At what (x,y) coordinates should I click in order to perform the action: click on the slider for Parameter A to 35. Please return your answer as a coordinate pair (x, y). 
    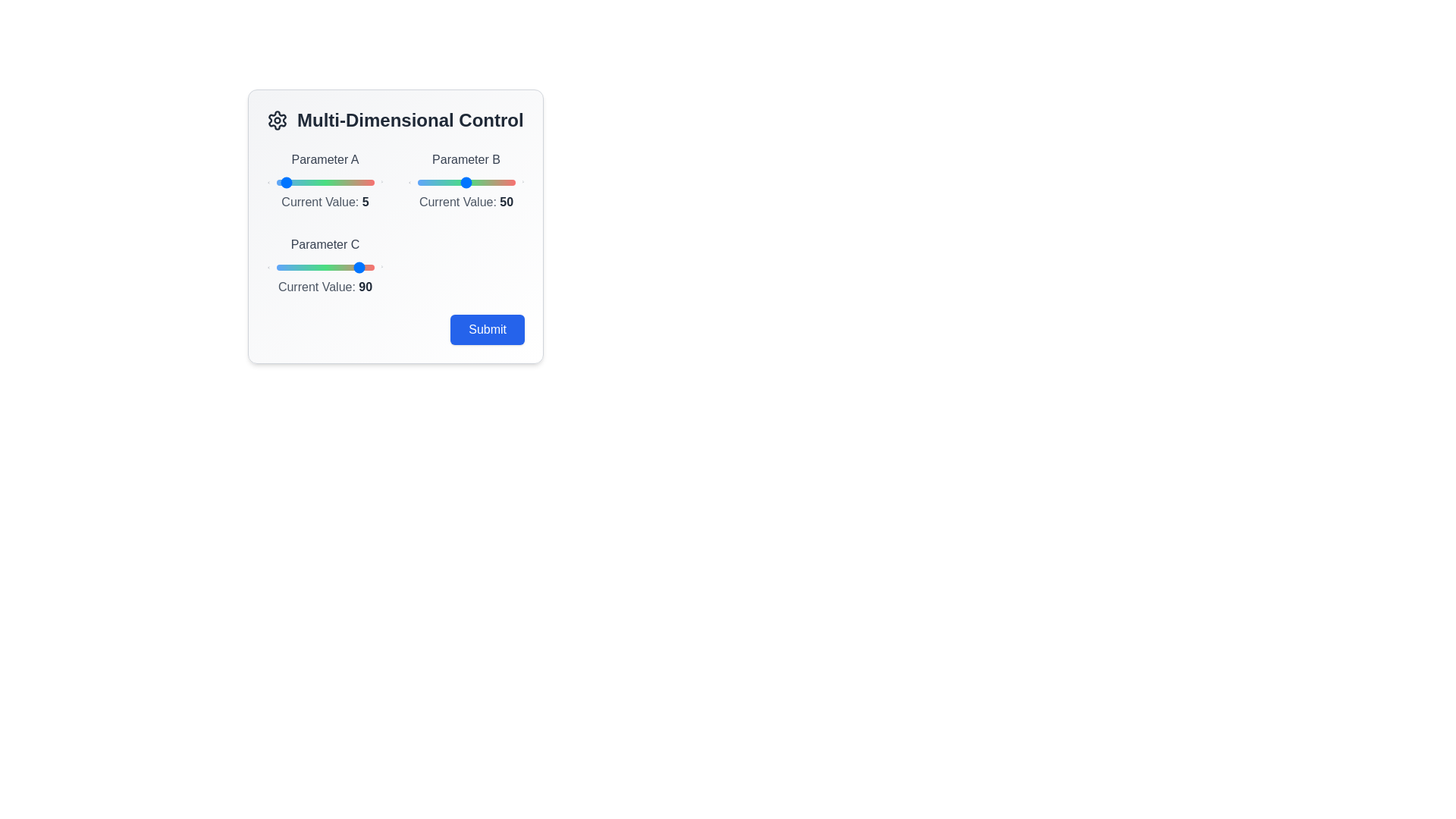
    Looking at the image, I should click on (309, 181).